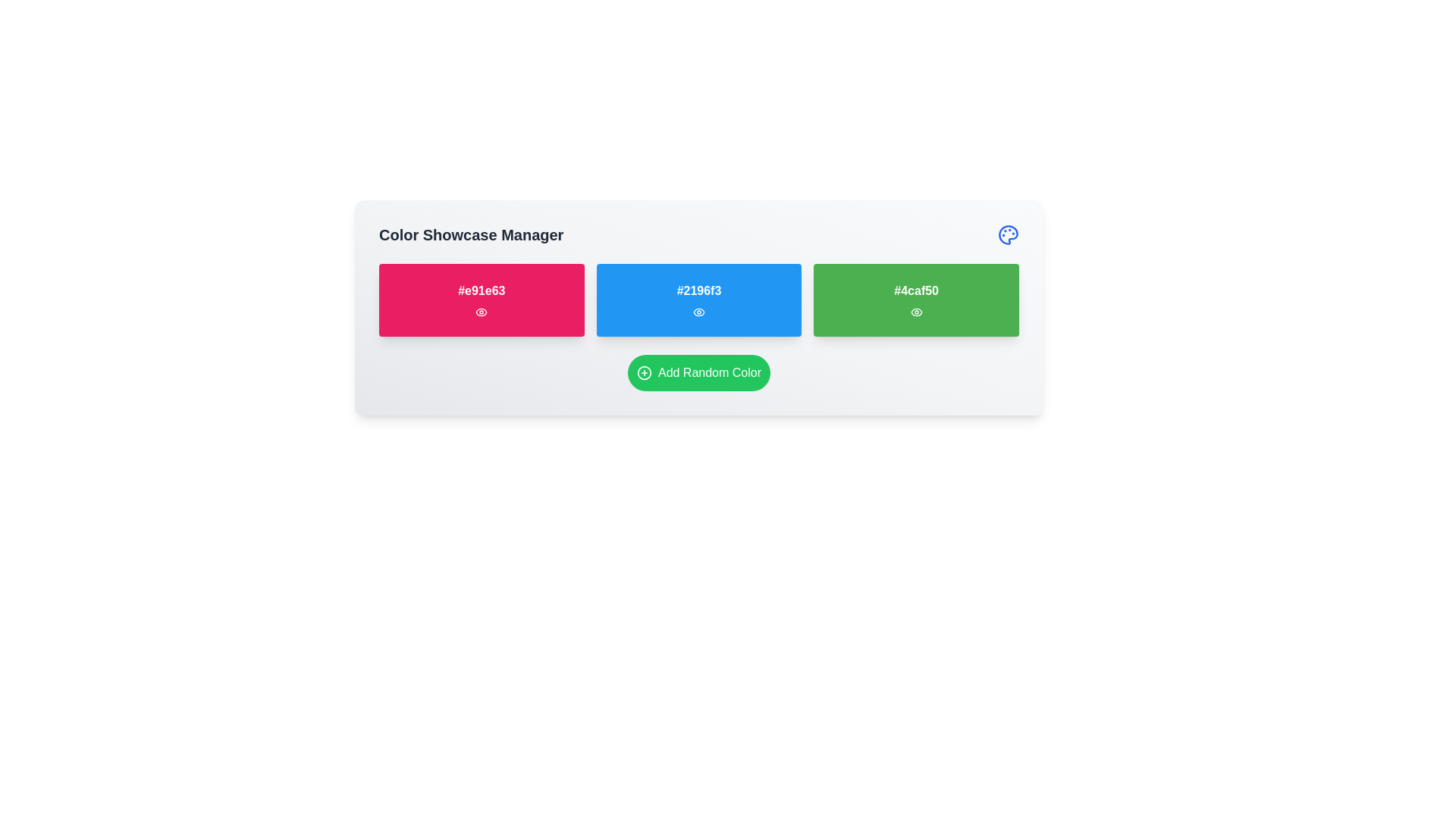  I want to click on the circular icon with a plus sign inside, which is centered on the green 'Add Random Color' button, so click(644, 373).